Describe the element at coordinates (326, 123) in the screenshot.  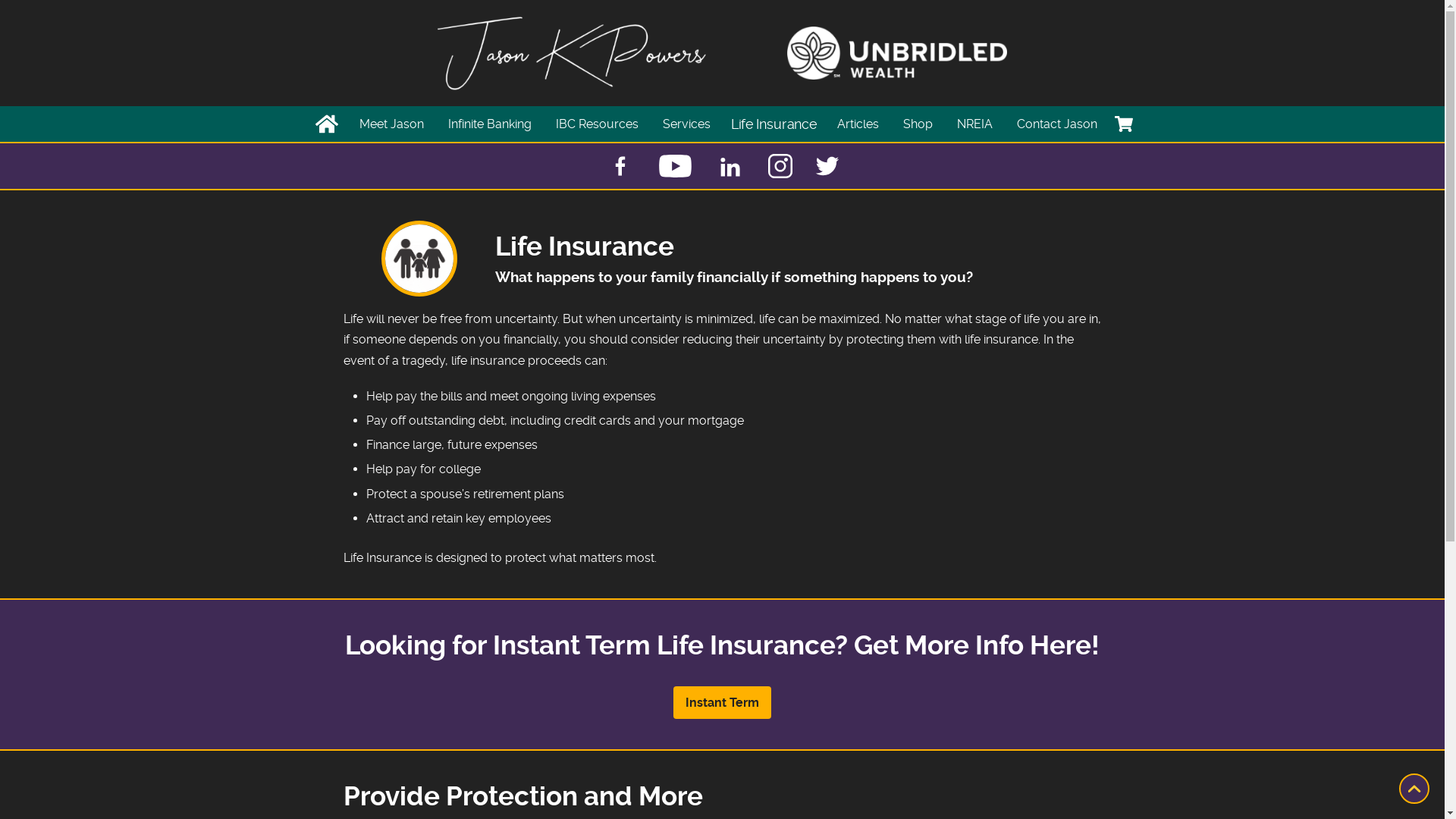
I see `'Home'` at that location.